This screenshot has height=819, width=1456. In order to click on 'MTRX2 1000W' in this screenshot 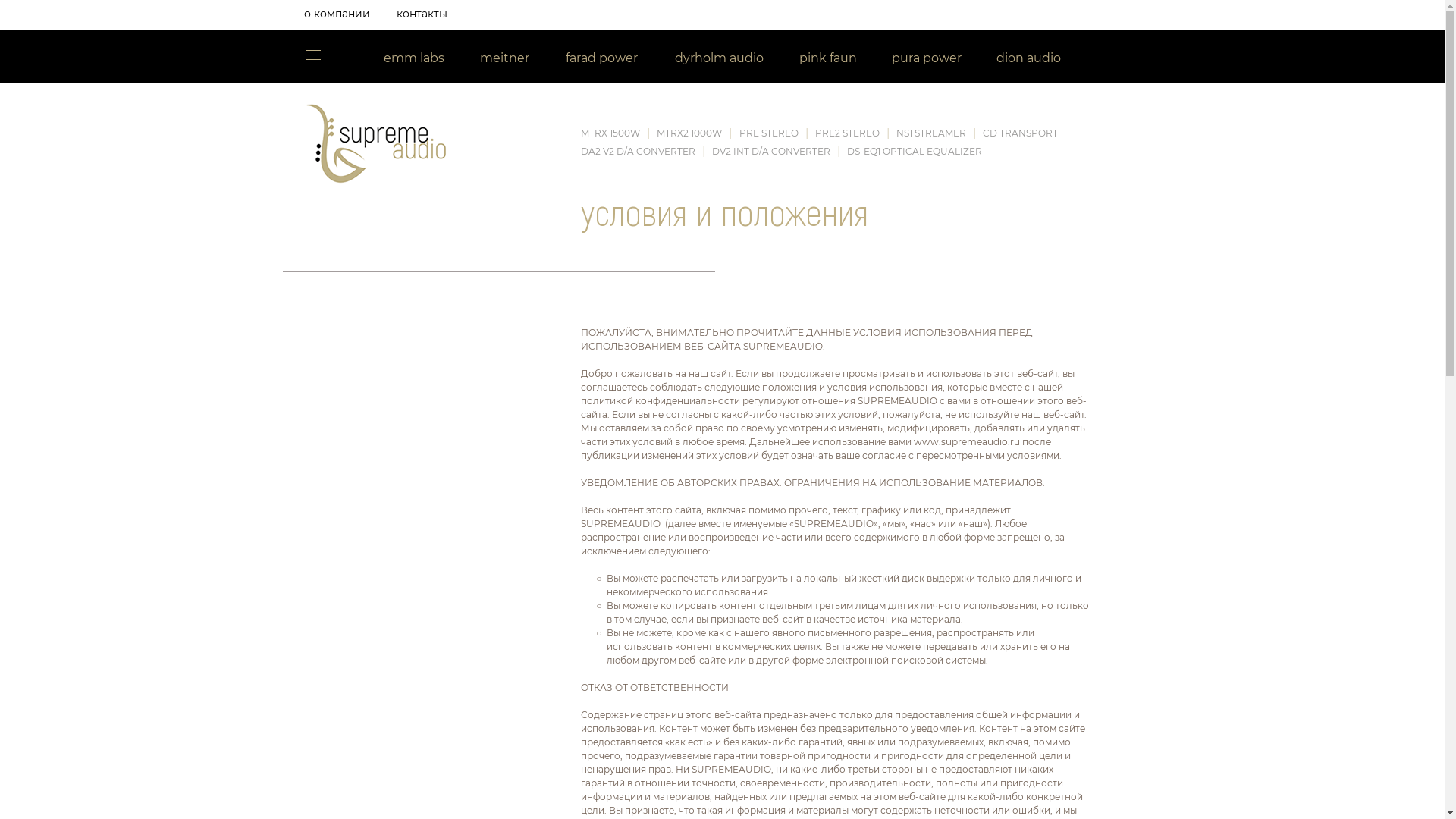, I will do `click(688, 132)`.